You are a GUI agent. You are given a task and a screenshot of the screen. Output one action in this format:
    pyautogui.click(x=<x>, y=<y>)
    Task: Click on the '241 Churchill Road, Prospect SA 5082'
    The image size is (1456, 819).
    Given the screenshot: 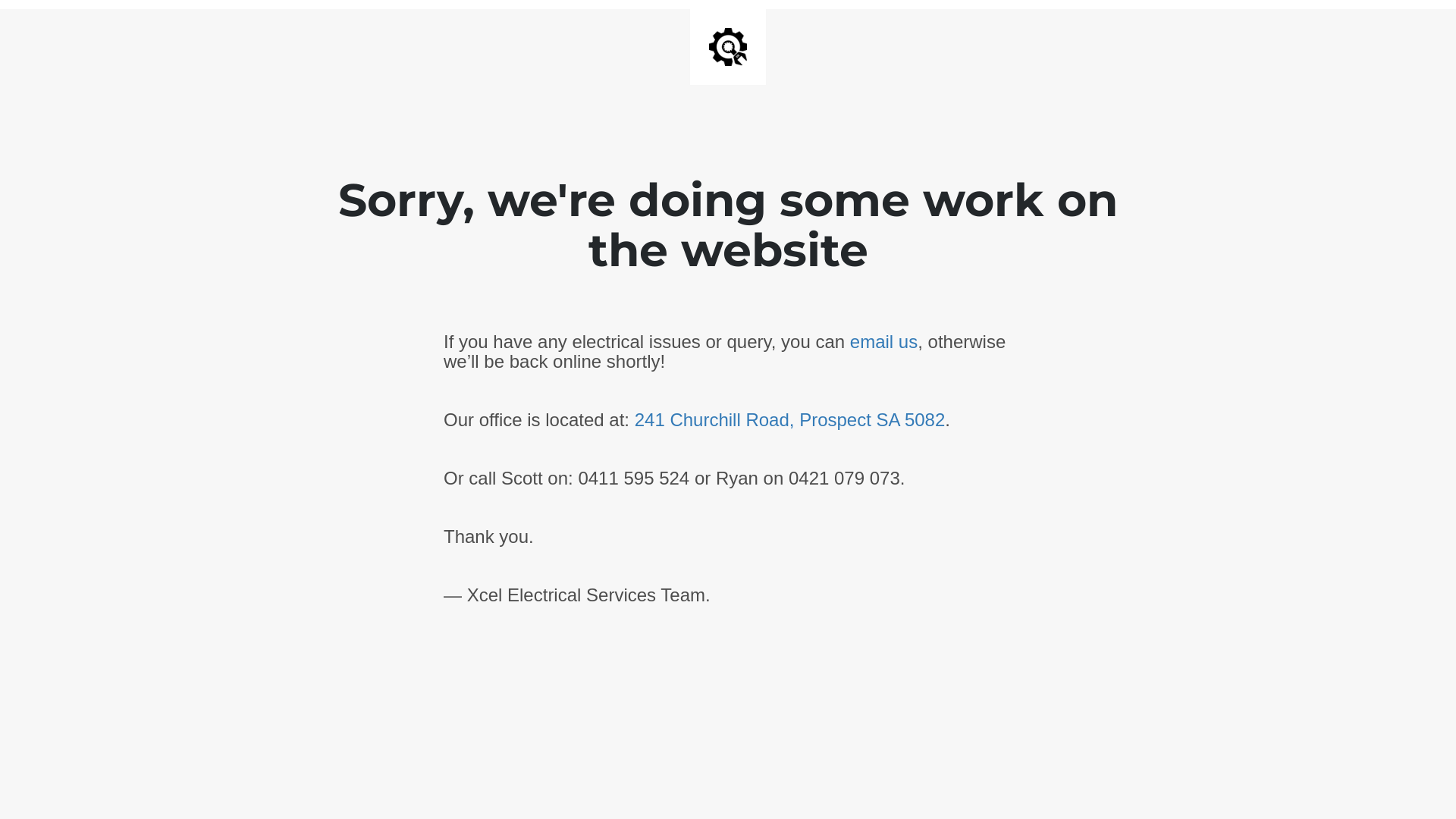 What is the action you would take?
    pyautogui.click(x=789, y=419)
    